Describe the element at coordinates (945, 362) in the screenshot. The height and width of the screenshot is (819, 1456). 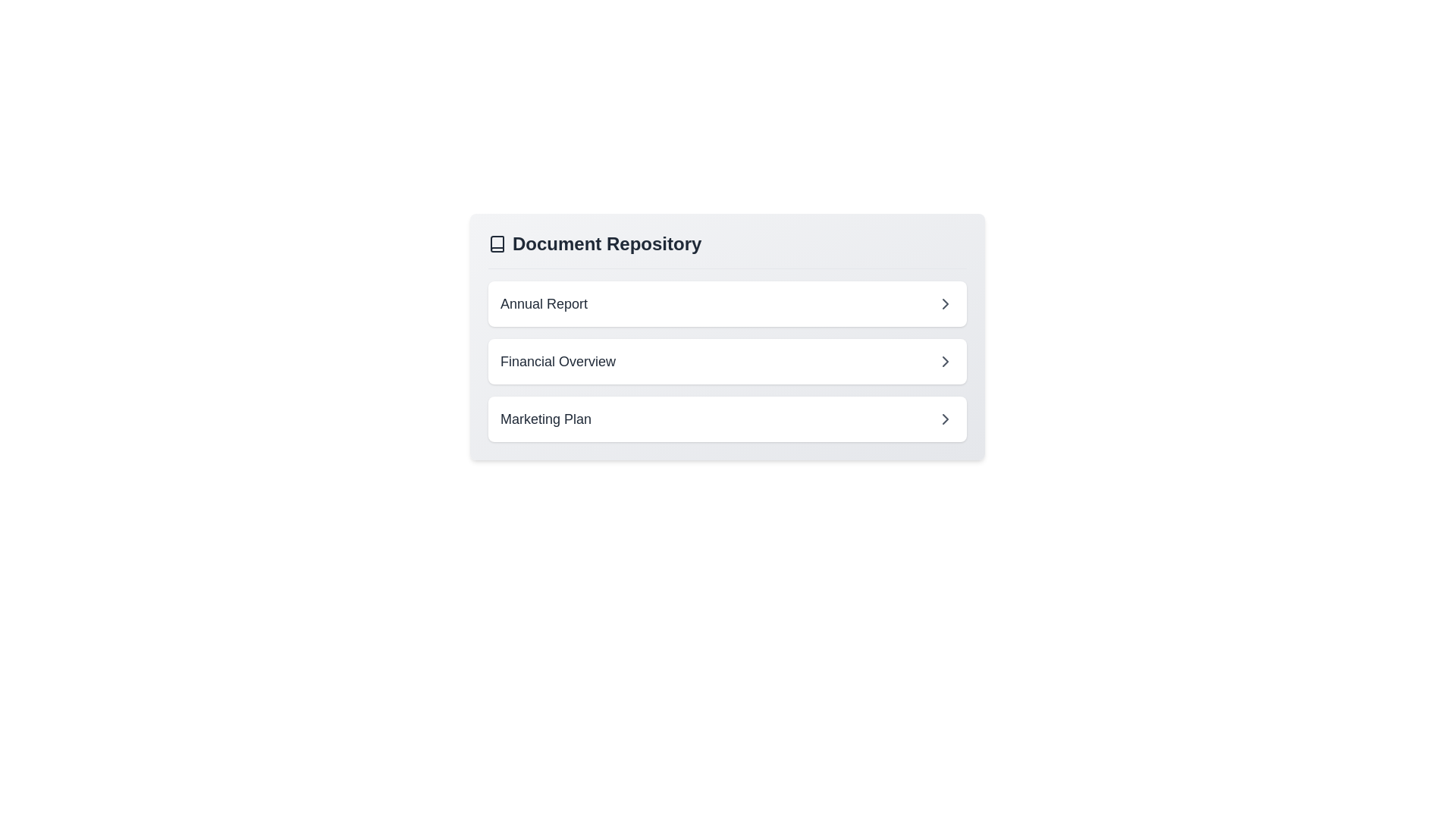
I see `the rightward-pointing chevron arrow icon located in the 'Financial Overview' list item of the 'Document Repository' section` at that location.